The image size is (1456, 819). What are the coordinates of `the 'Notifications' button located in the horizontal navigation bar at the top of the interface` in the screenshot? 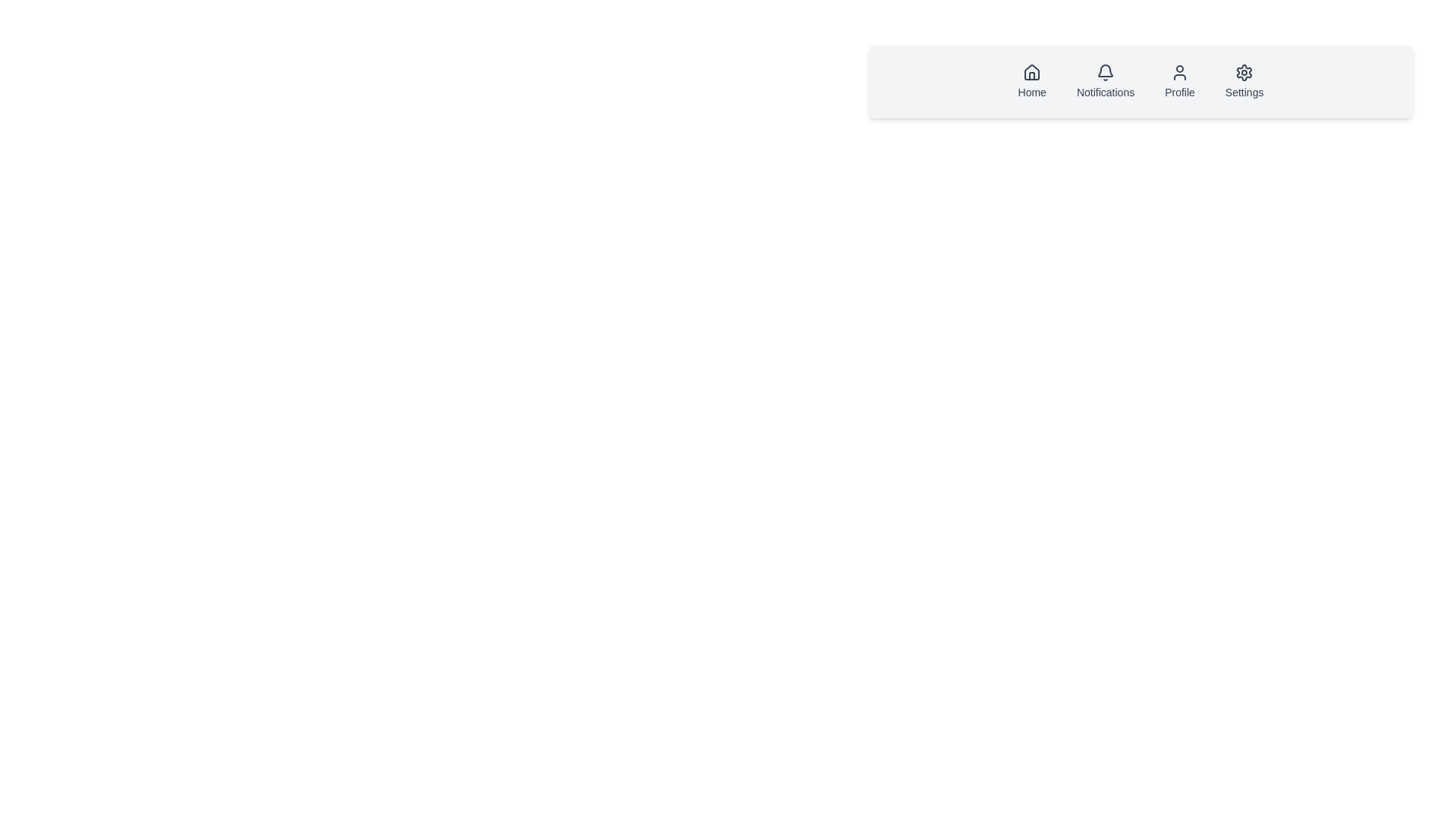 It's located at (1141, 82).